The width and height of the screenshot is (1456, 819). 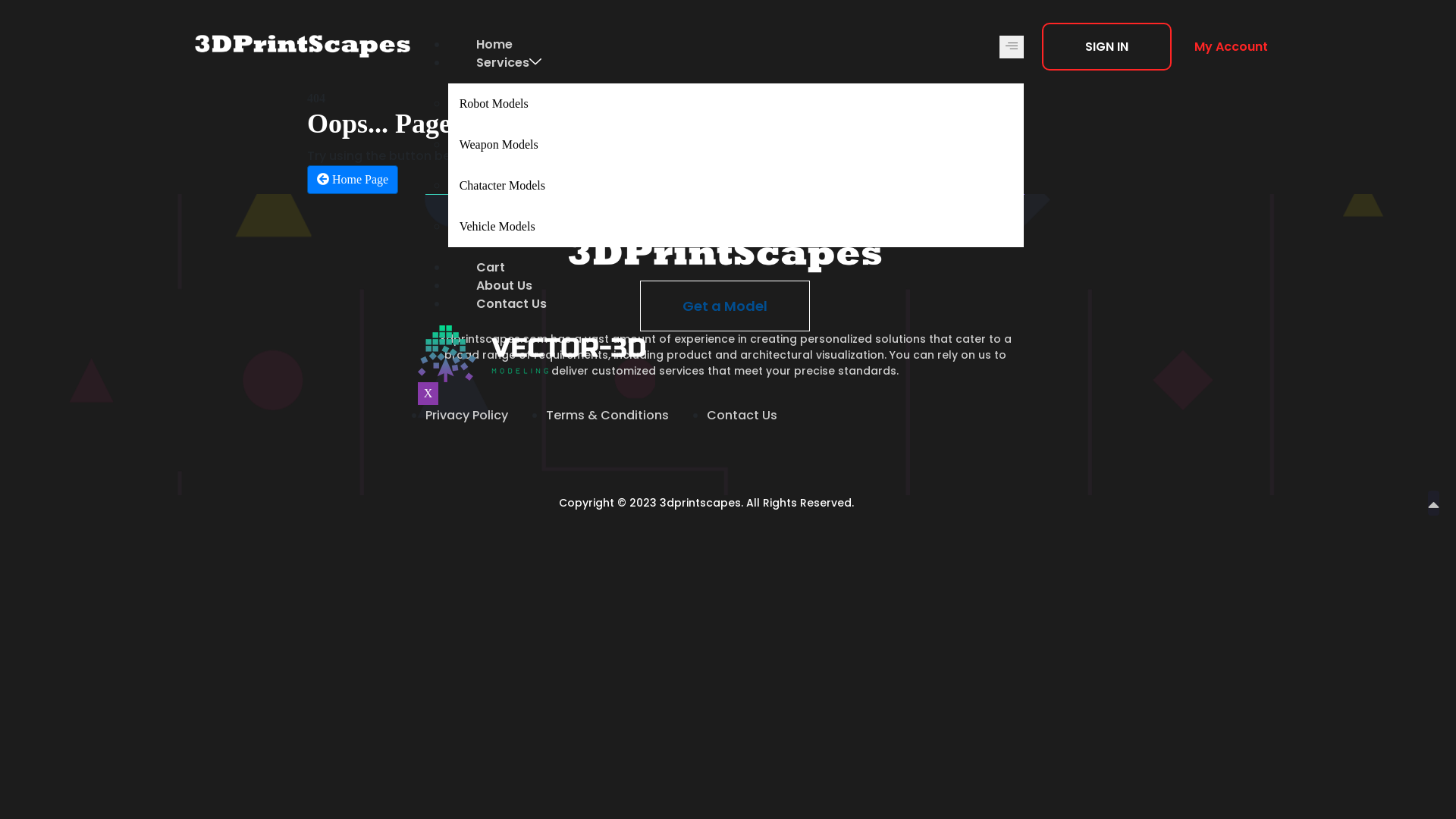 What do you see at coordinates (504, 285) in the screenshot?
I see `'About Us'` at bounding box center [504, 285].